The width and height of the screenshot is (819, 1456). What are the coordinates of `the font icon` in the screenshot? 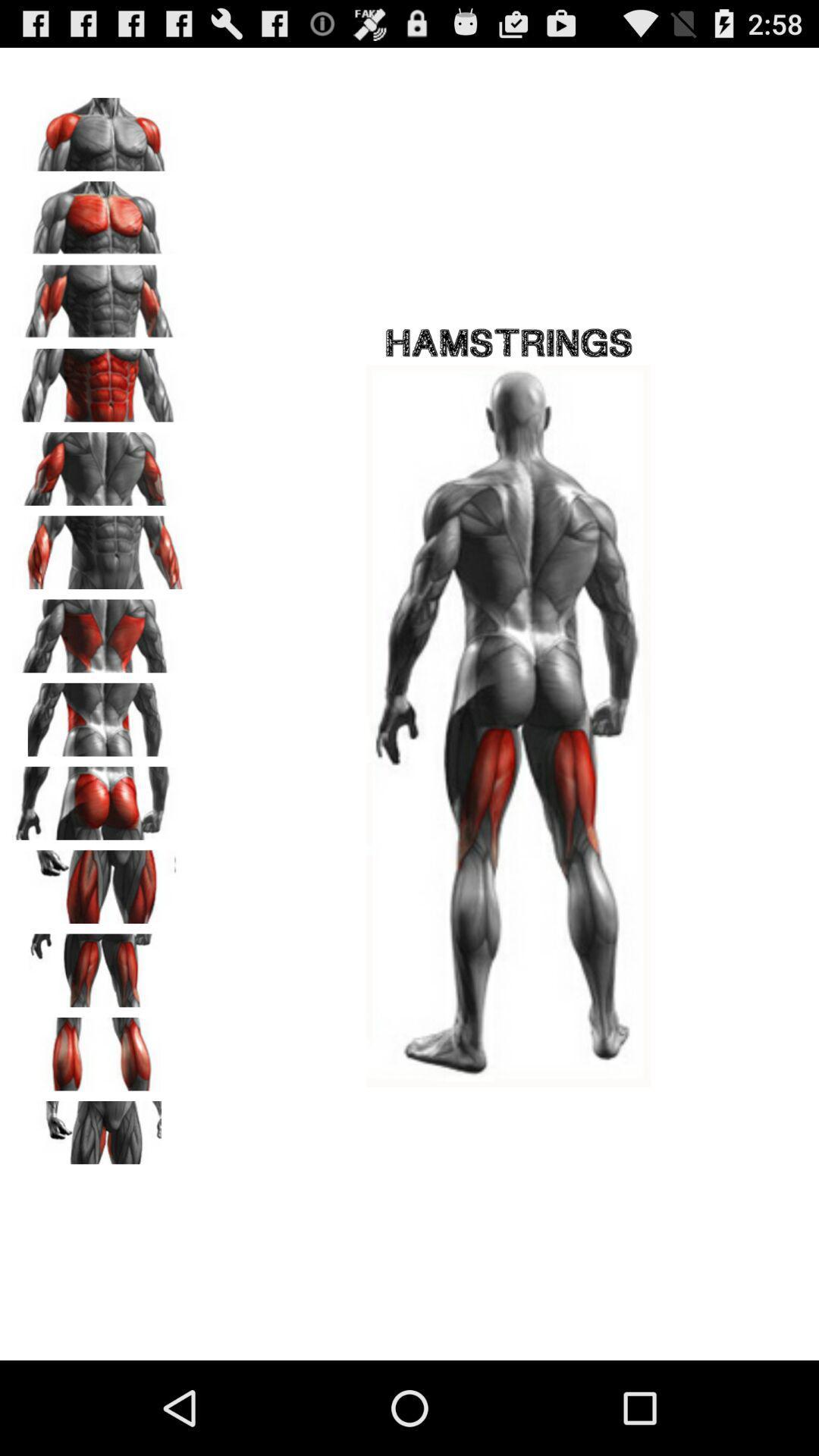 It's located at (99, 1032).